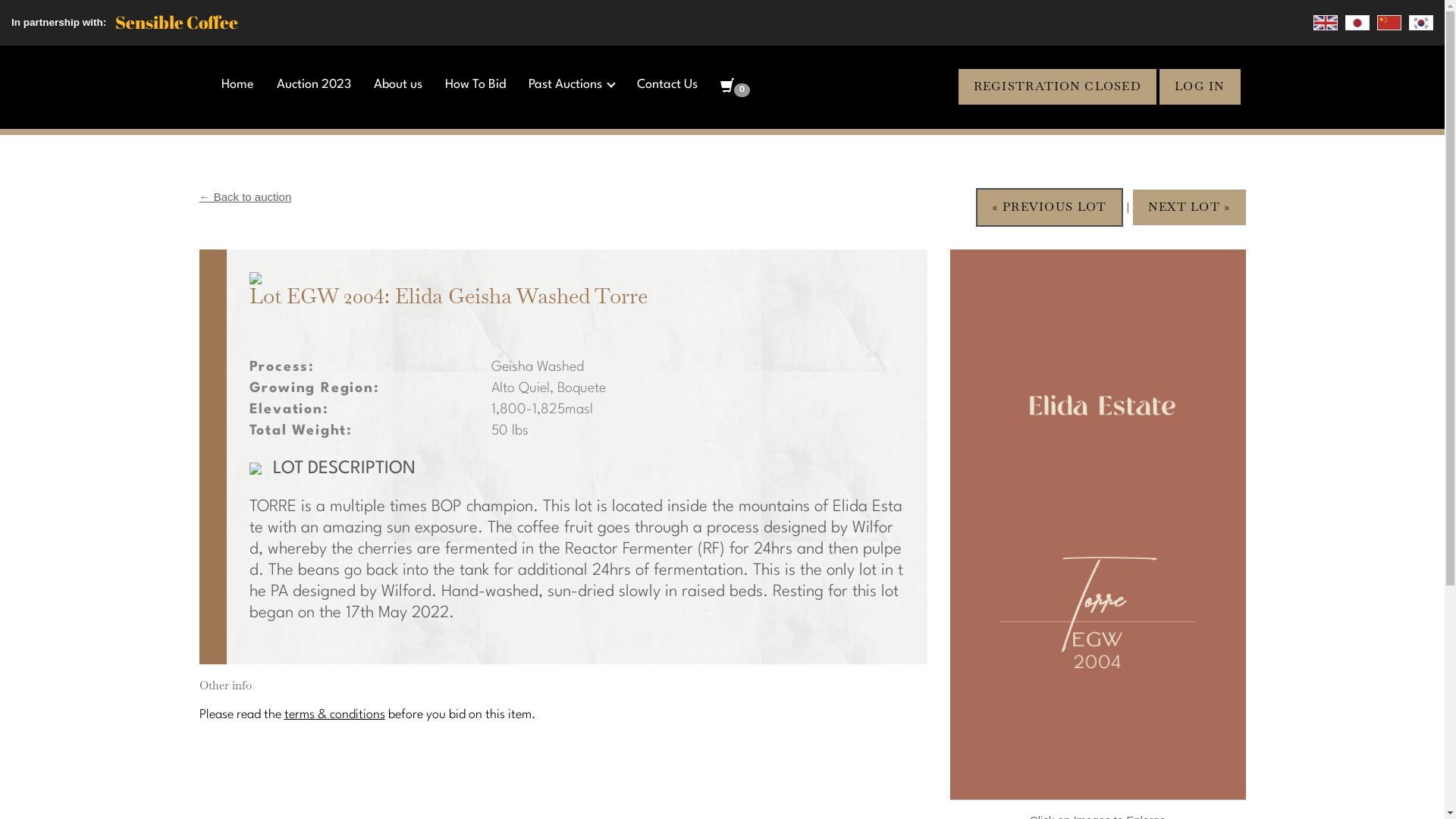 The height and width of the screenshot is (819, 1456). I want to click on 'ja', so click(1357, 23).